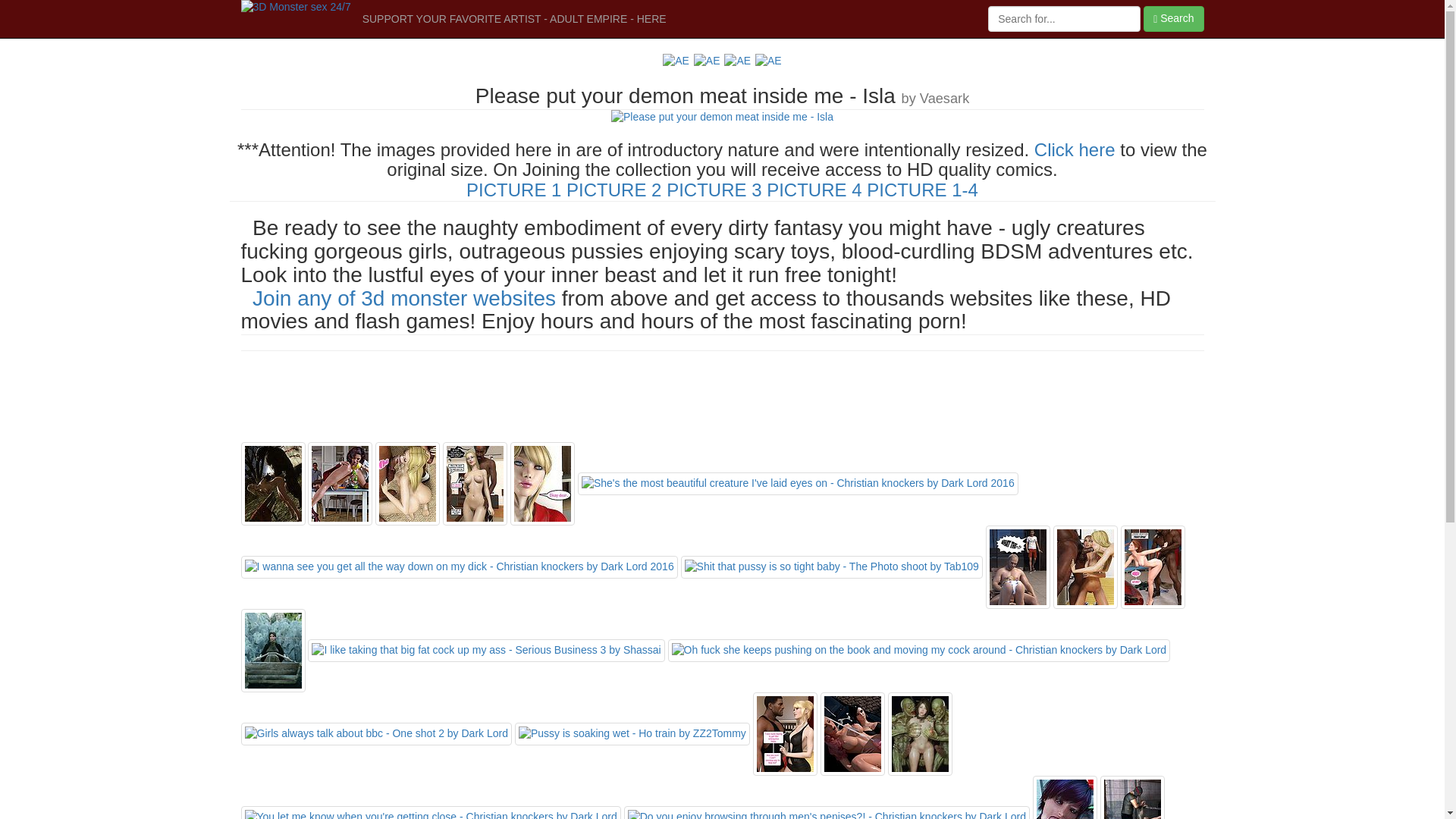  I want to click on 'PICTURE 3', so click(713, 189).